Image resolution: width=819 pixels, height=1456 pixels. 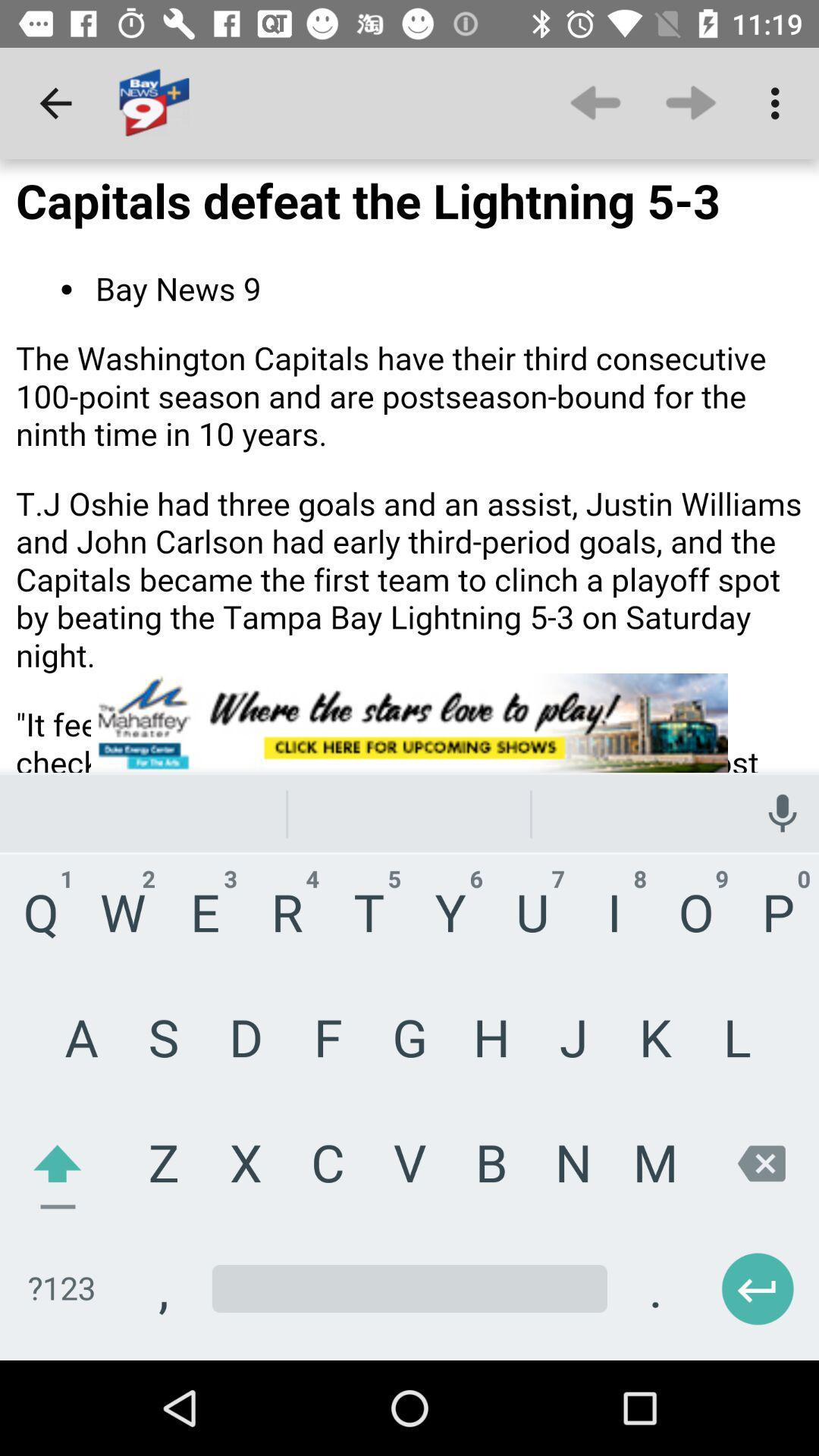 I want to click on file, so click(x=409, y=760).